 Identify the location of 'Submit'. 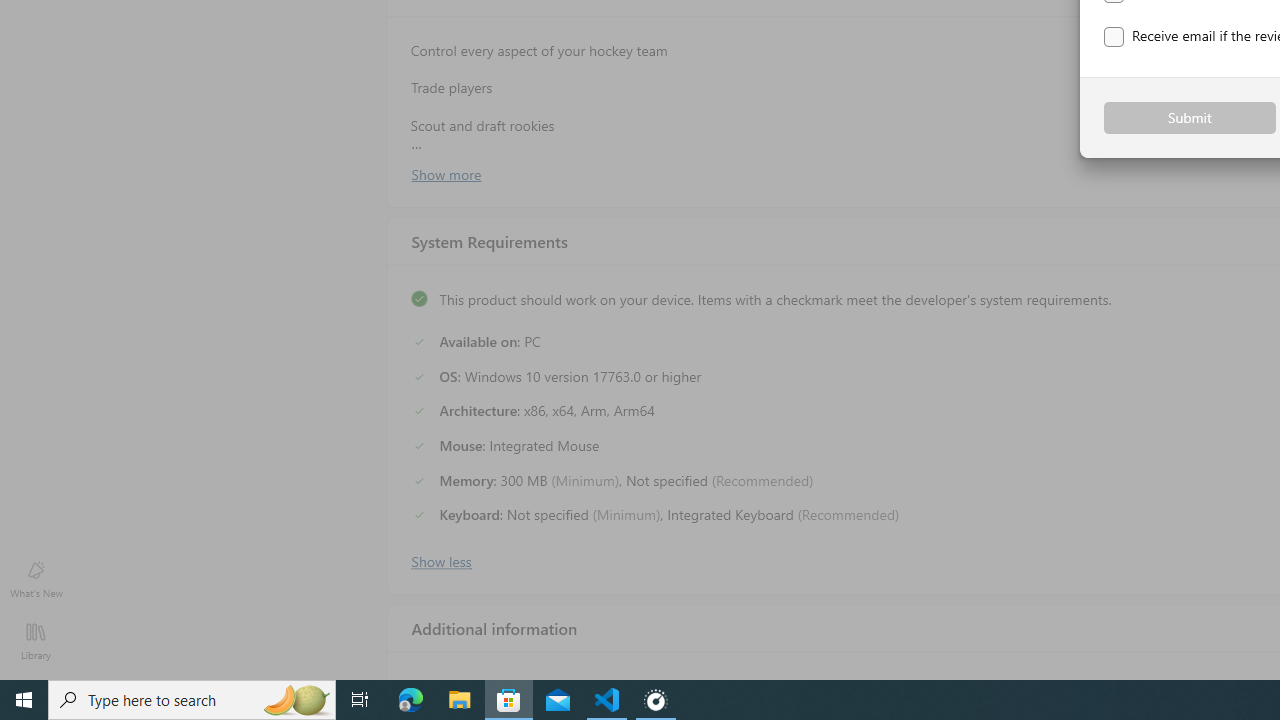
(1189, 118).